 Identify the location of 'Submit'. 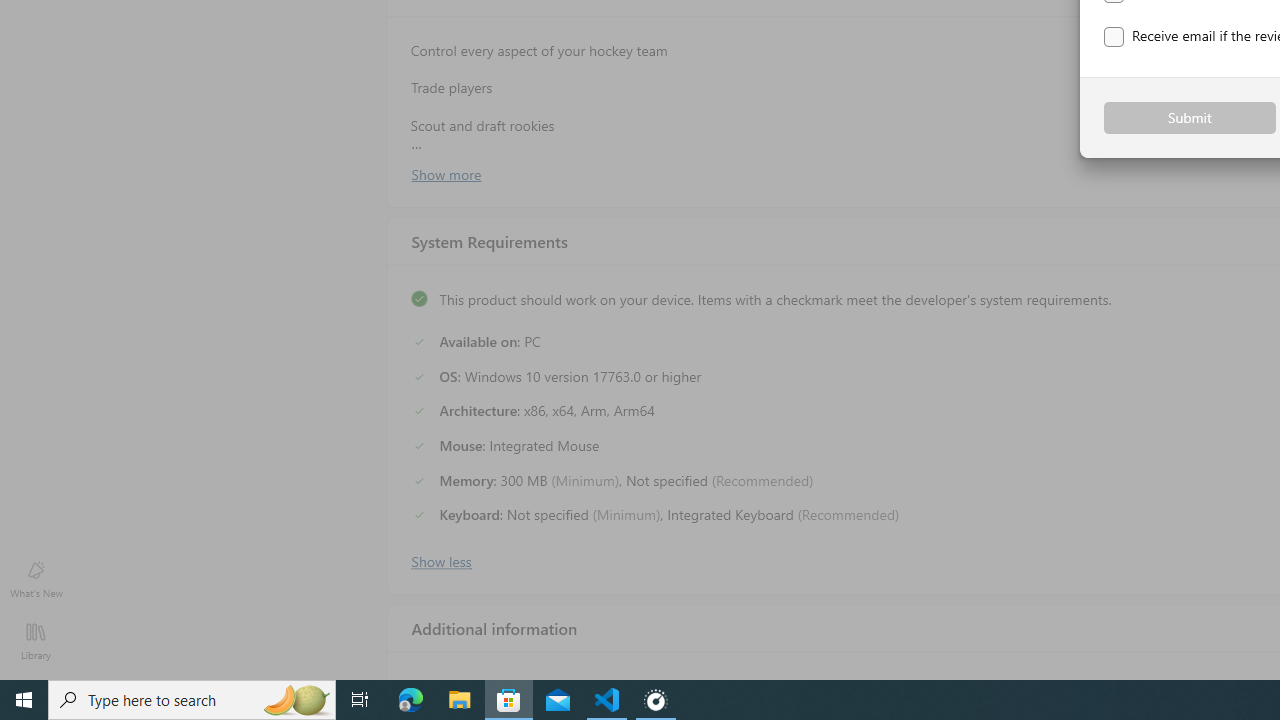
(1189, 118).